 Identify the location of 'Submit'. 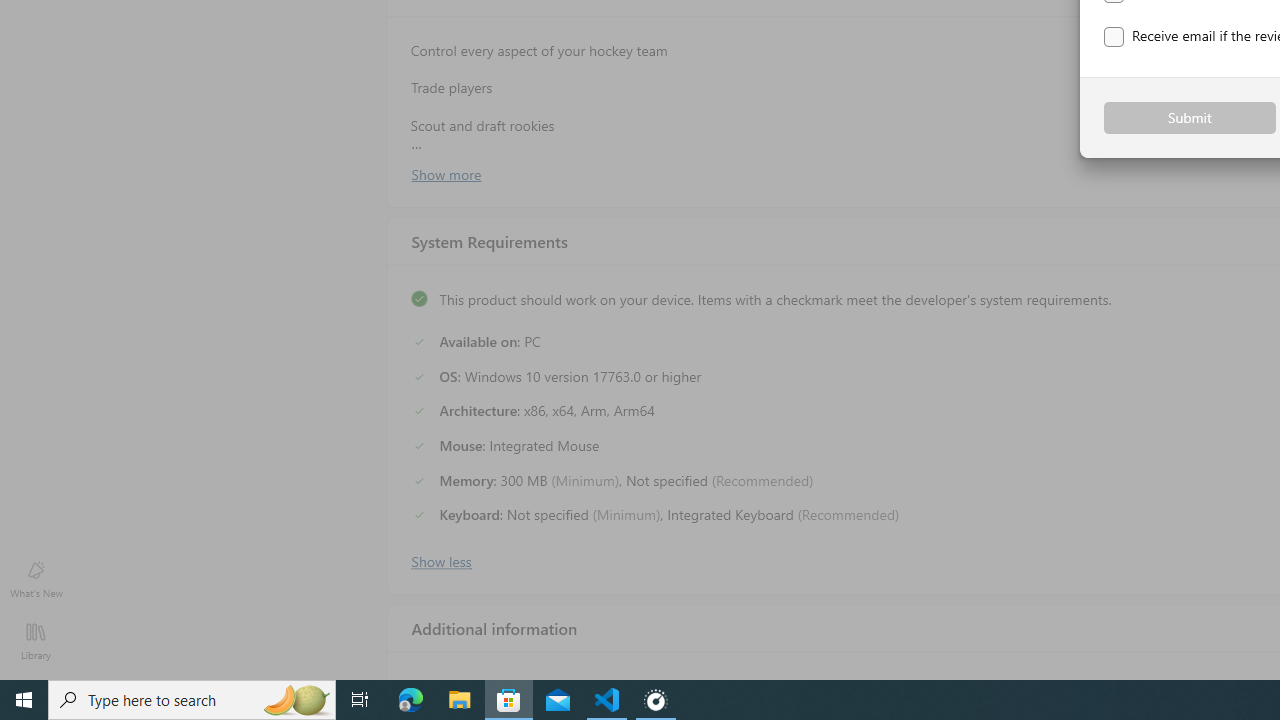
(1189, 118).